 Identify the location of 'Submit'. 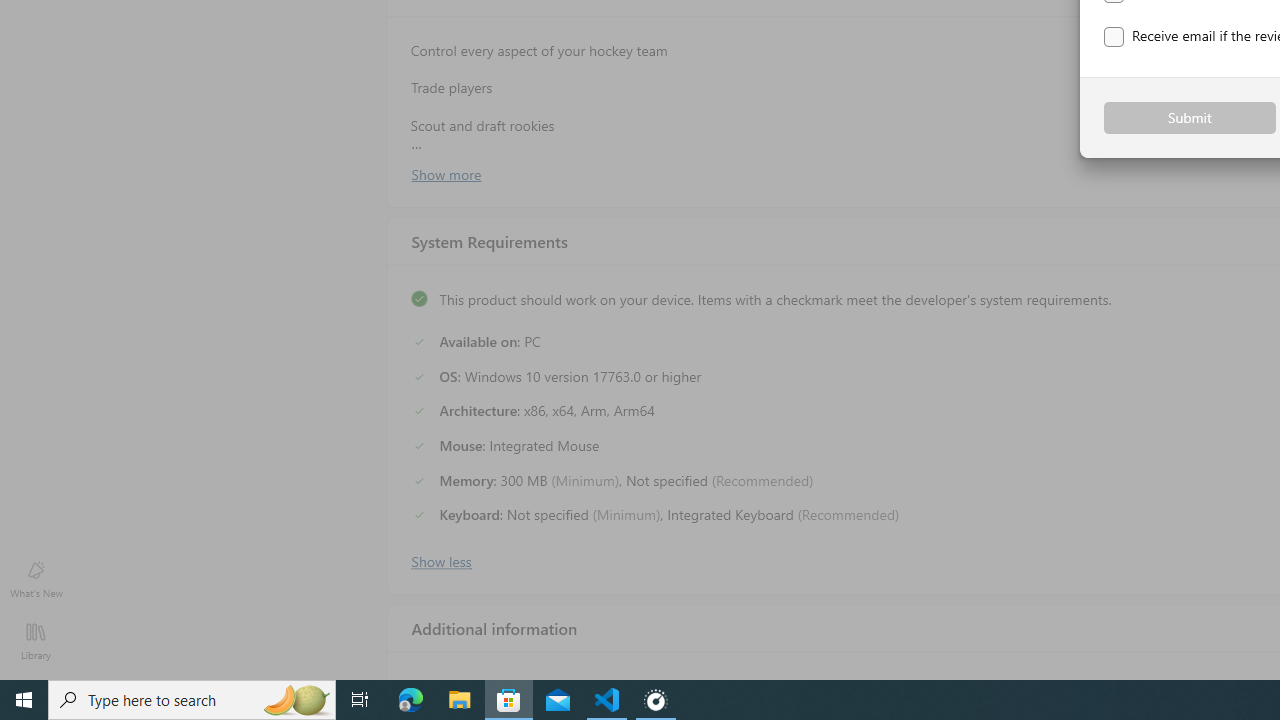
(1189, 118).